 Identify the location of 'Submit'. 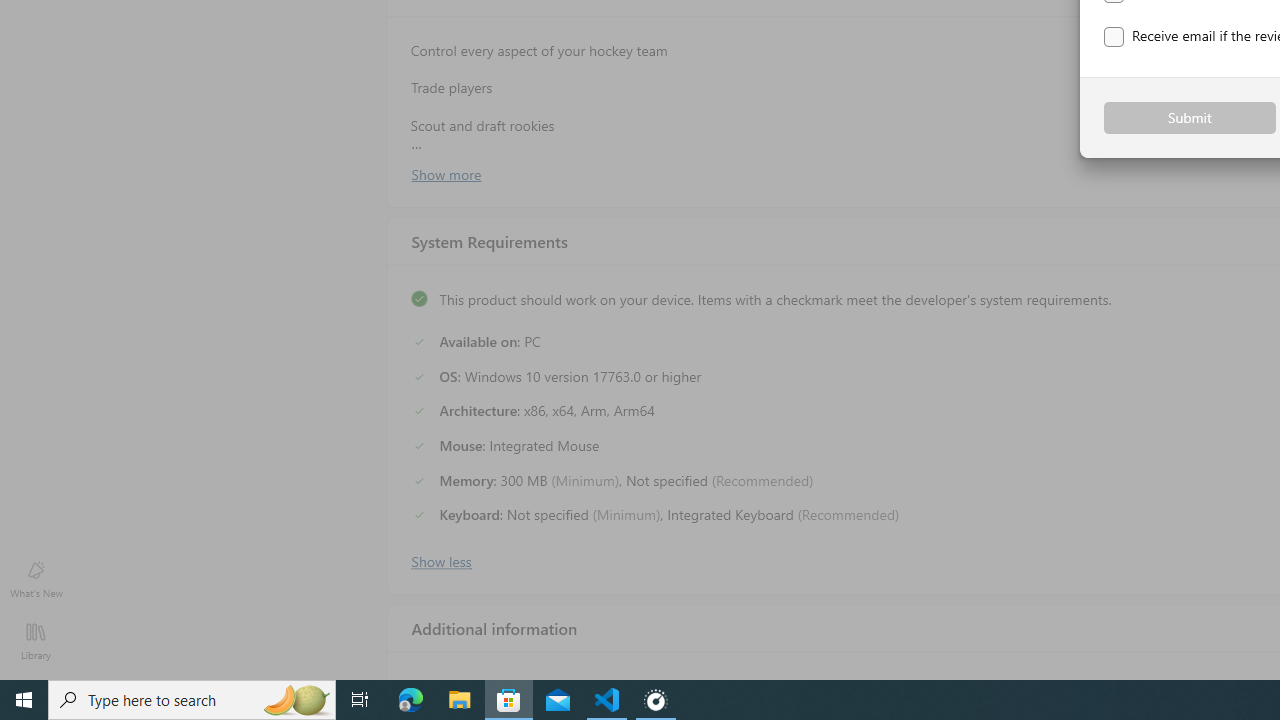
(1189, 118).